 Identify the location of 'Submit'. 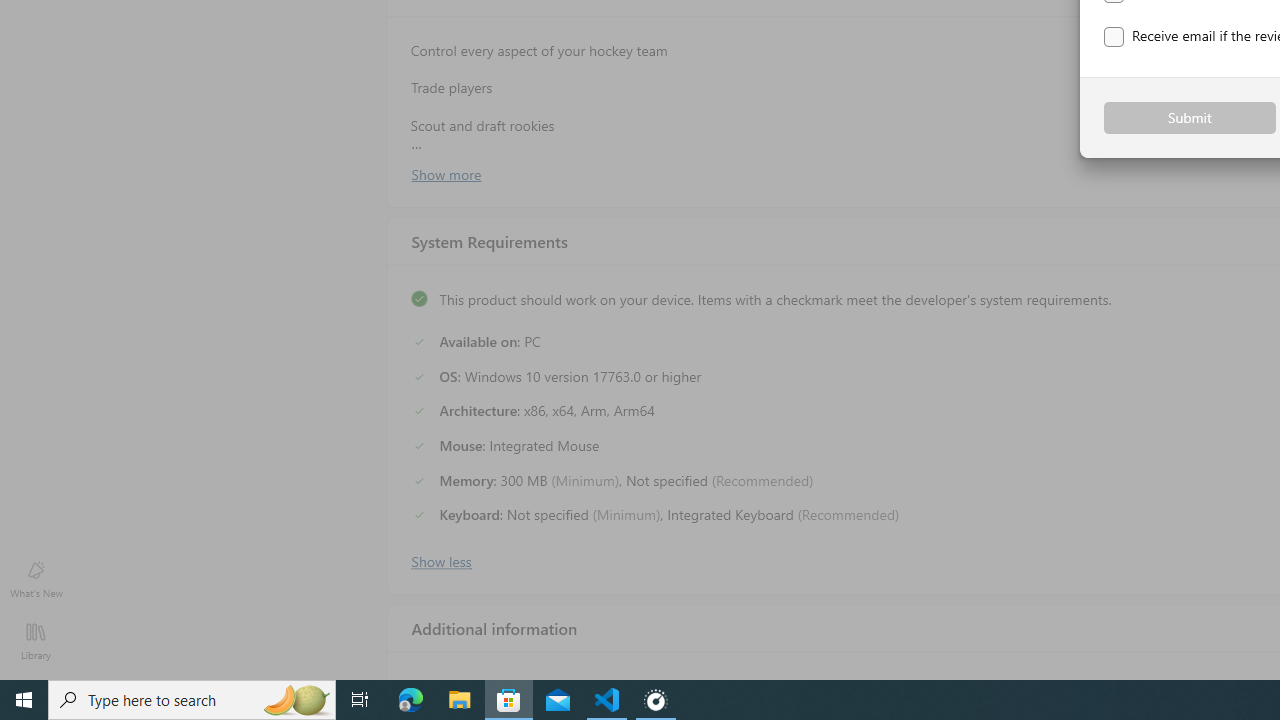
(1189, 118).